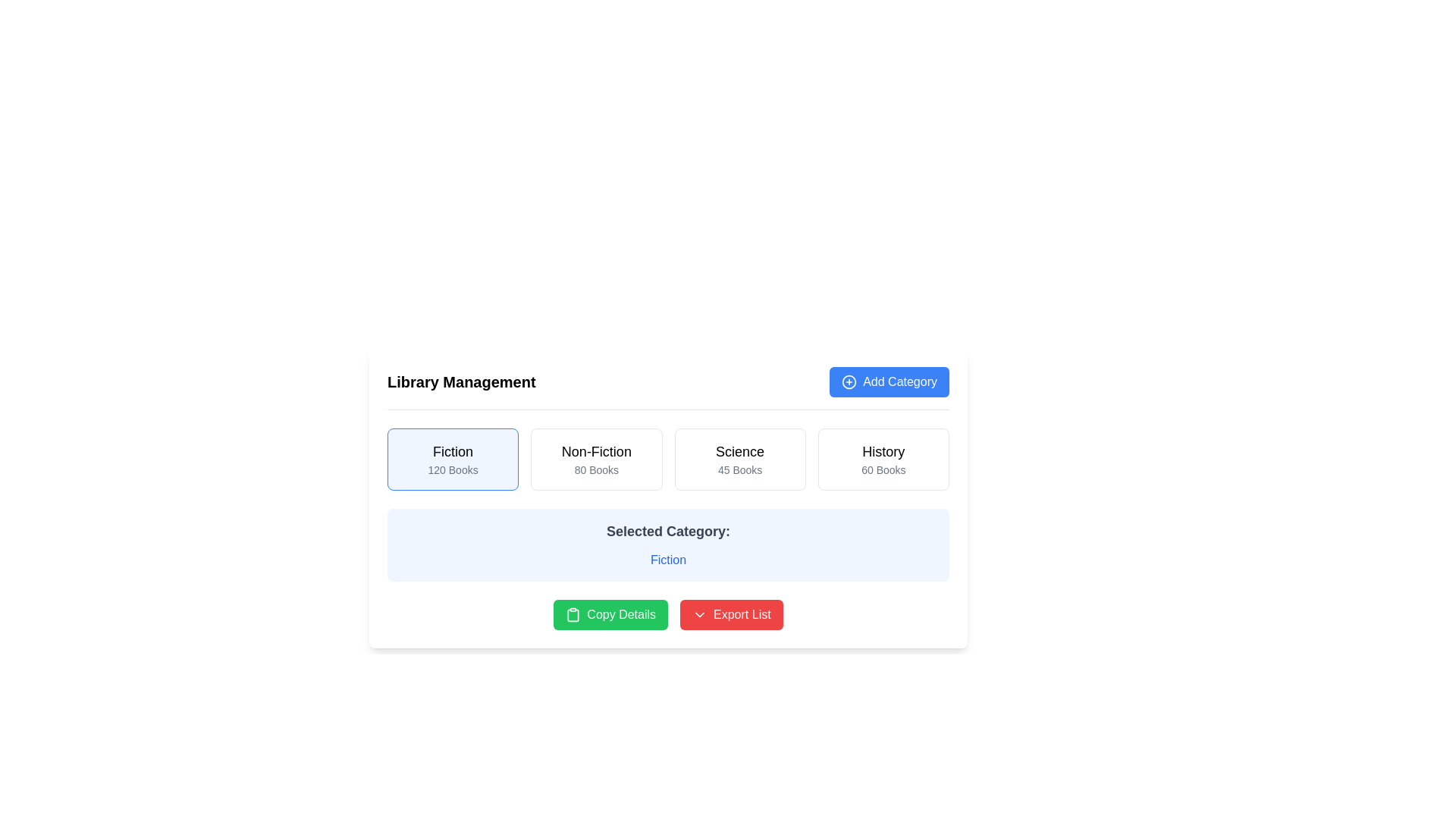 The width and height of the screenshot is (1456, 819). I want to click on the '60 Books' text label located beneath the 'History' title within the fourth category card, which provides information about the number of books available in the 'History' category, so click(883, 469).